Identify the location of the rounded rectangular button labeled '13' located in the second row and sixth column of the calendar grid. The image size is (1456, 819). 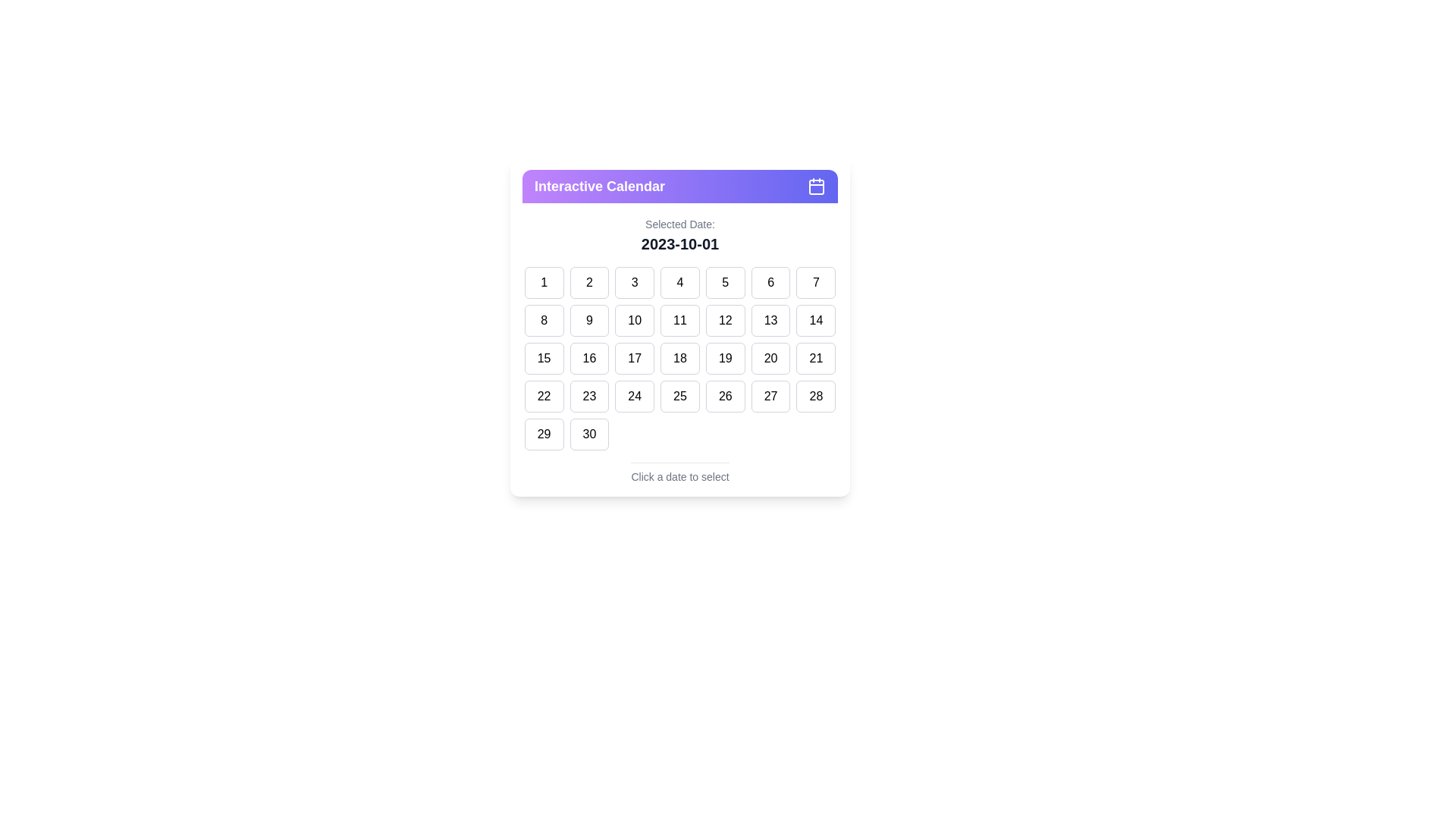
(770, 320).